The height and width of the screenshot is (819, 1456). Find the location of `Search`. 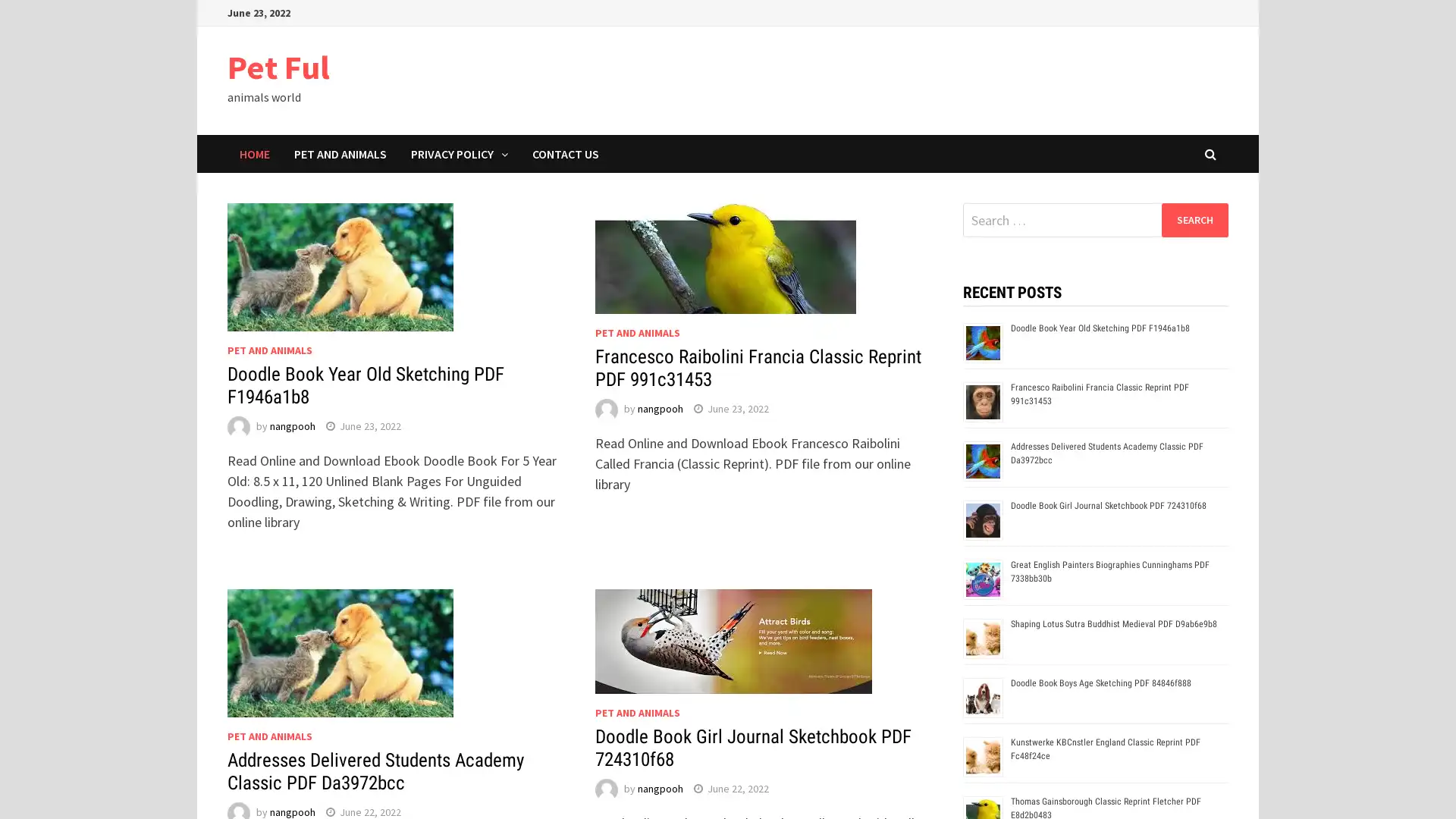

Search is located at coordinates (1194, 219).